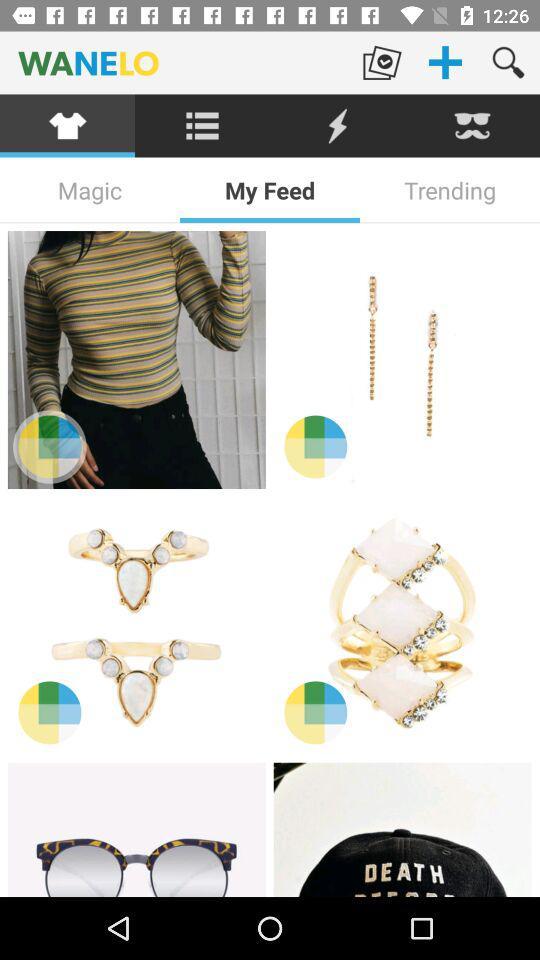 The image size is (540, 960). What do you see at coordinates (315, 446) in the screenshot?
I see `color` at bounding box center [315, 446].